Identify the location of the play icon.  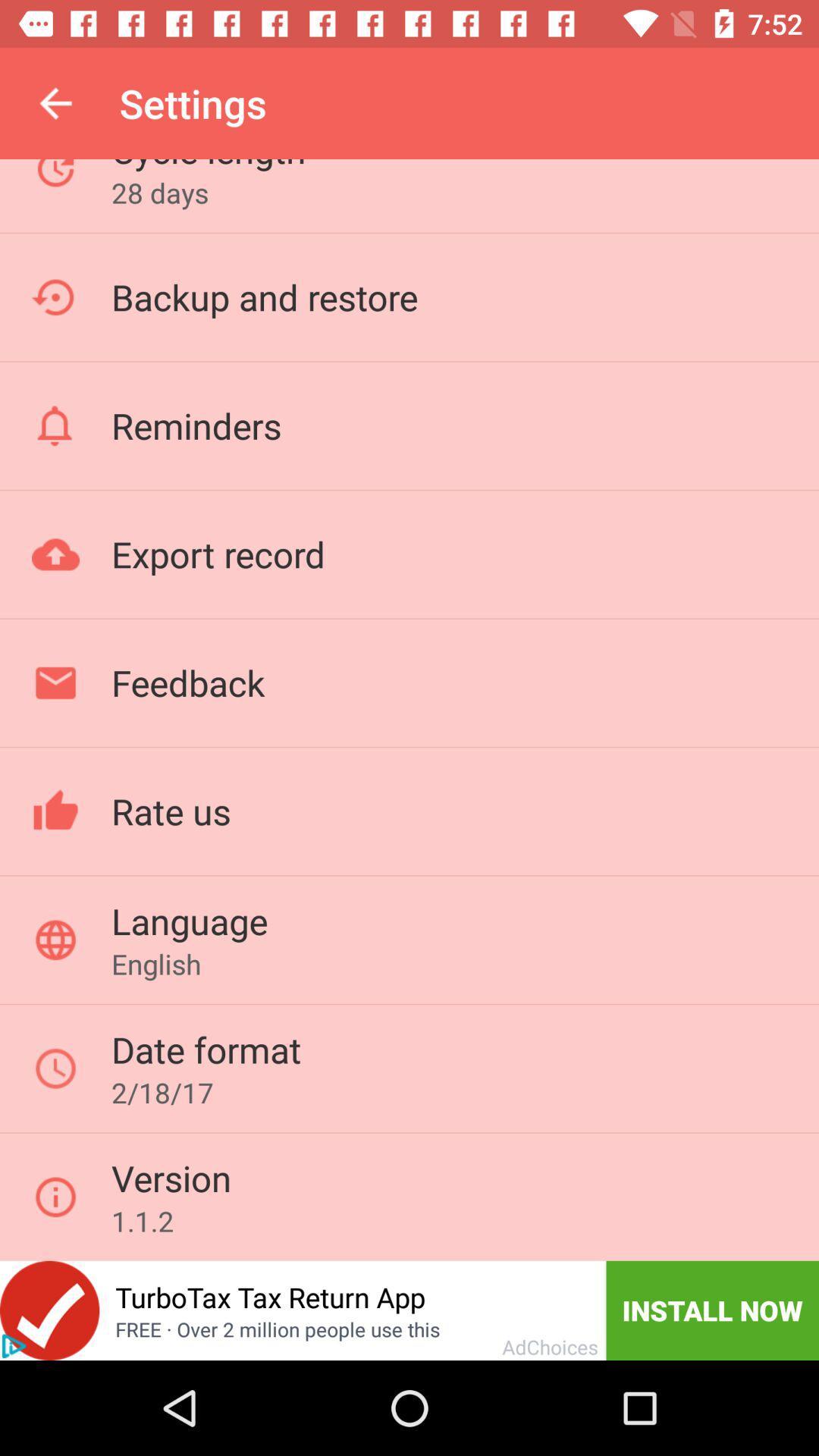
(14, 1346).